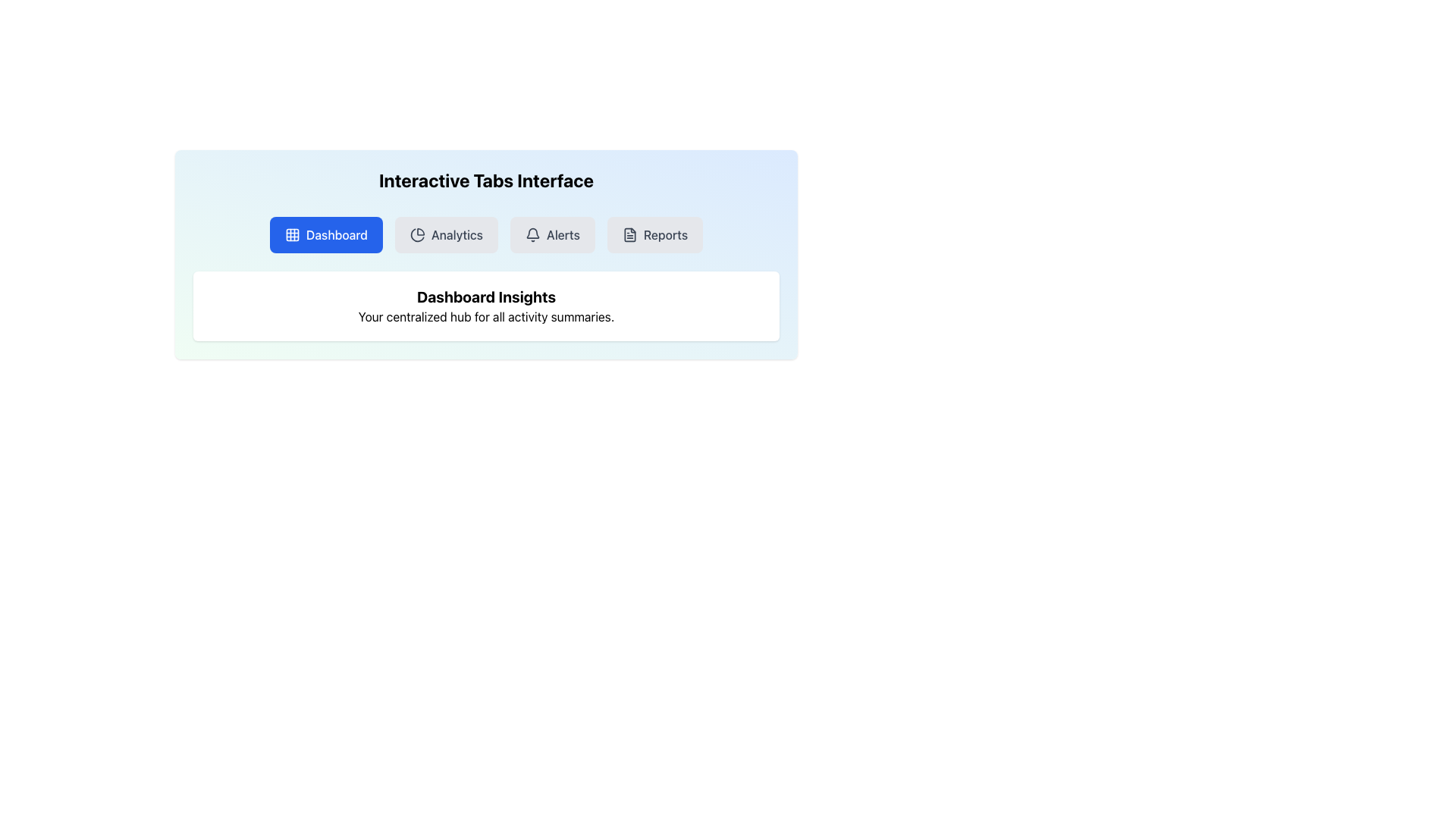 This screenshot has height=819, width=1456. Describe the element at coordinates (552, 234) in the screenshot. I see `the 'Alerts' navigation tab to switch the displayed content to show information or actions related to alerts` at that location.